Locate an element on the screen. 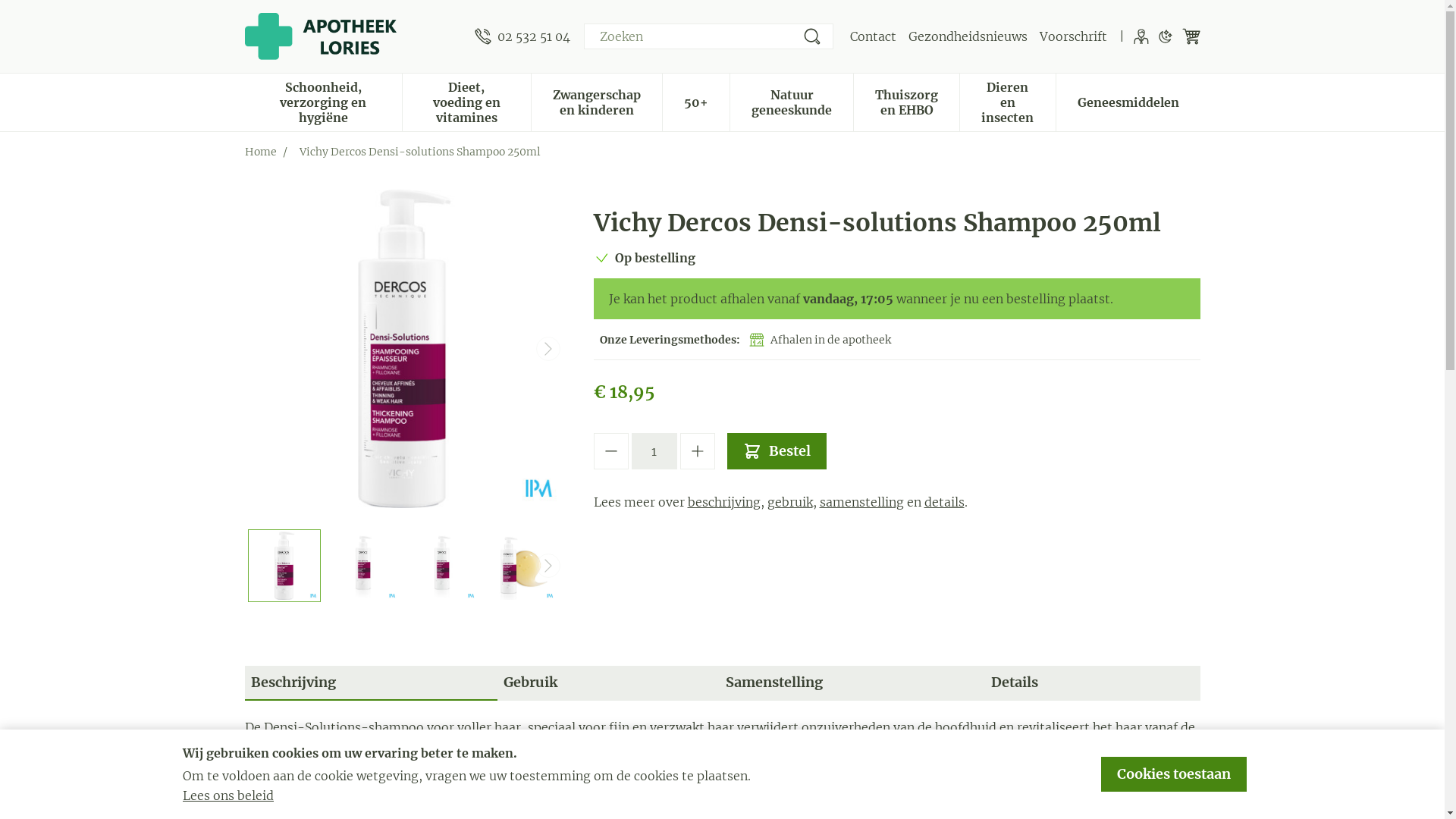  'Lees ons beleid' is located at coordinates (227, 795).